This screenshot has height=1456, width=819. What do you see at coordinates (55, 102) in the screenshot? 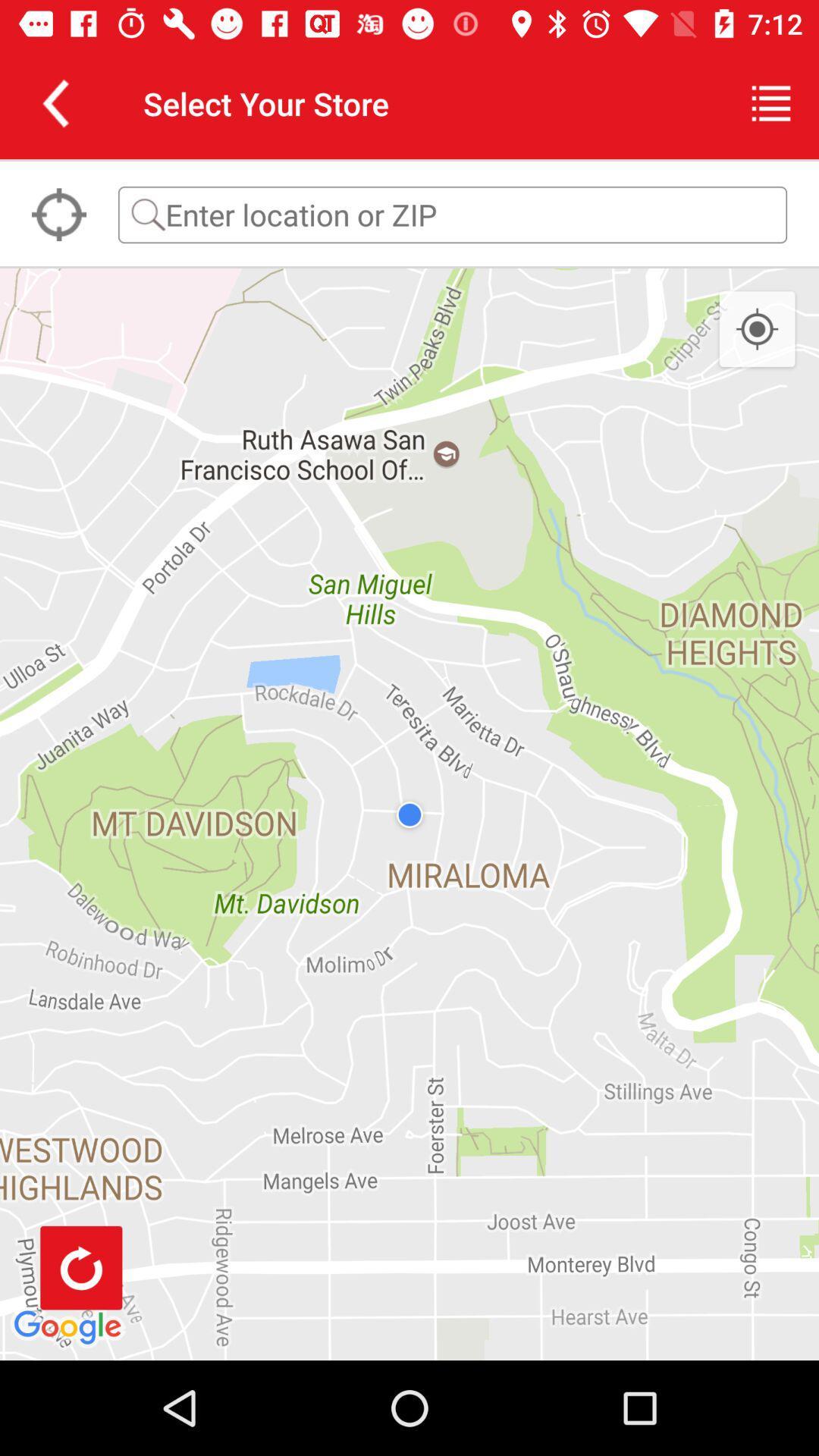
I see `the icon next to the select your store item` at bounding box center [55, 102].